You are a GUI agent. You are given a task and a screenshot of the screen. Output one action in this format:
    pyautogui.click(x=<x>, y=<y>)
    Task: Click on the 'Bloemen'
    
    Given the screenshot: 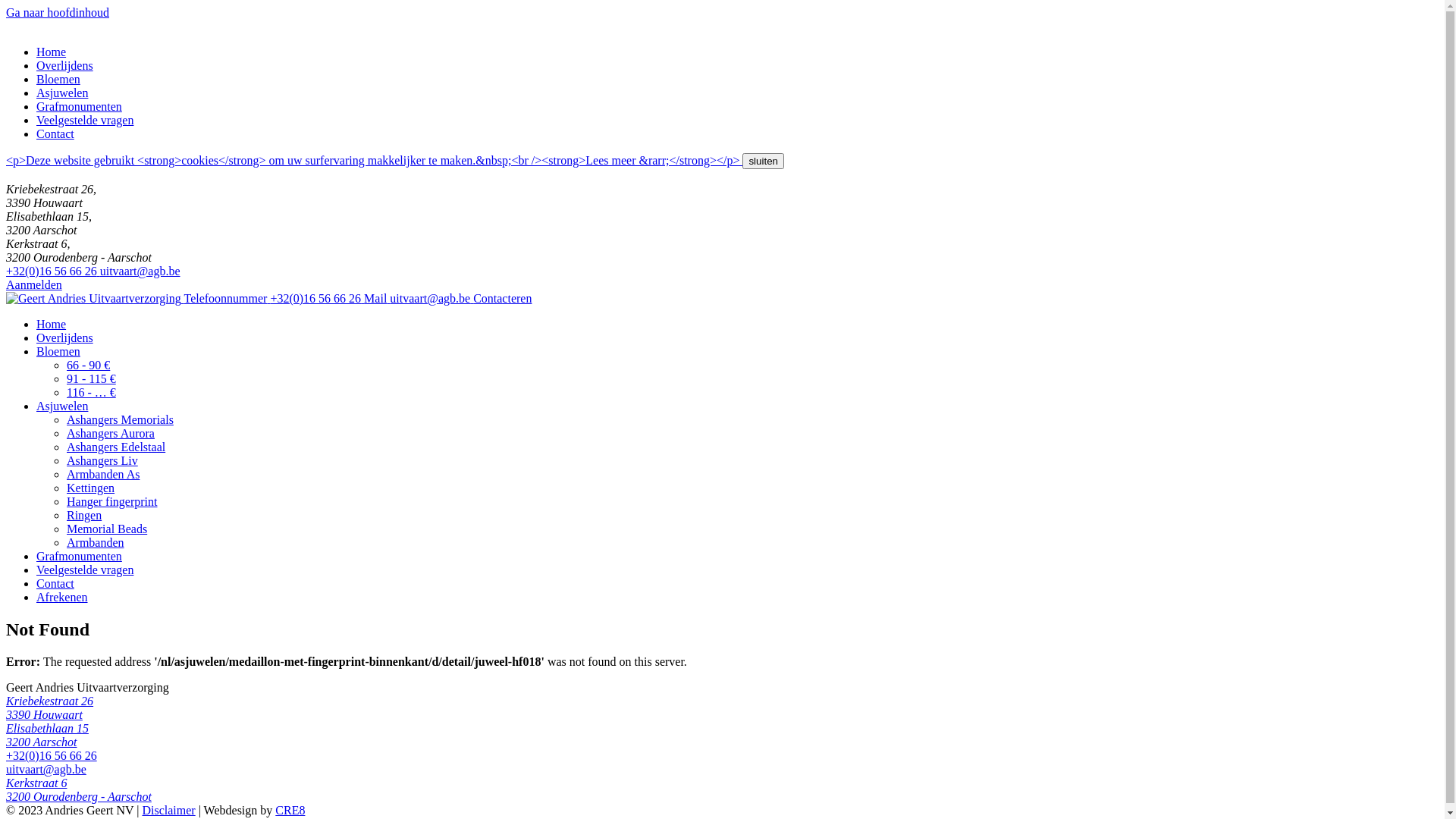 What is the action you would take?
    pyautogui.click(x=58, y=79)
    